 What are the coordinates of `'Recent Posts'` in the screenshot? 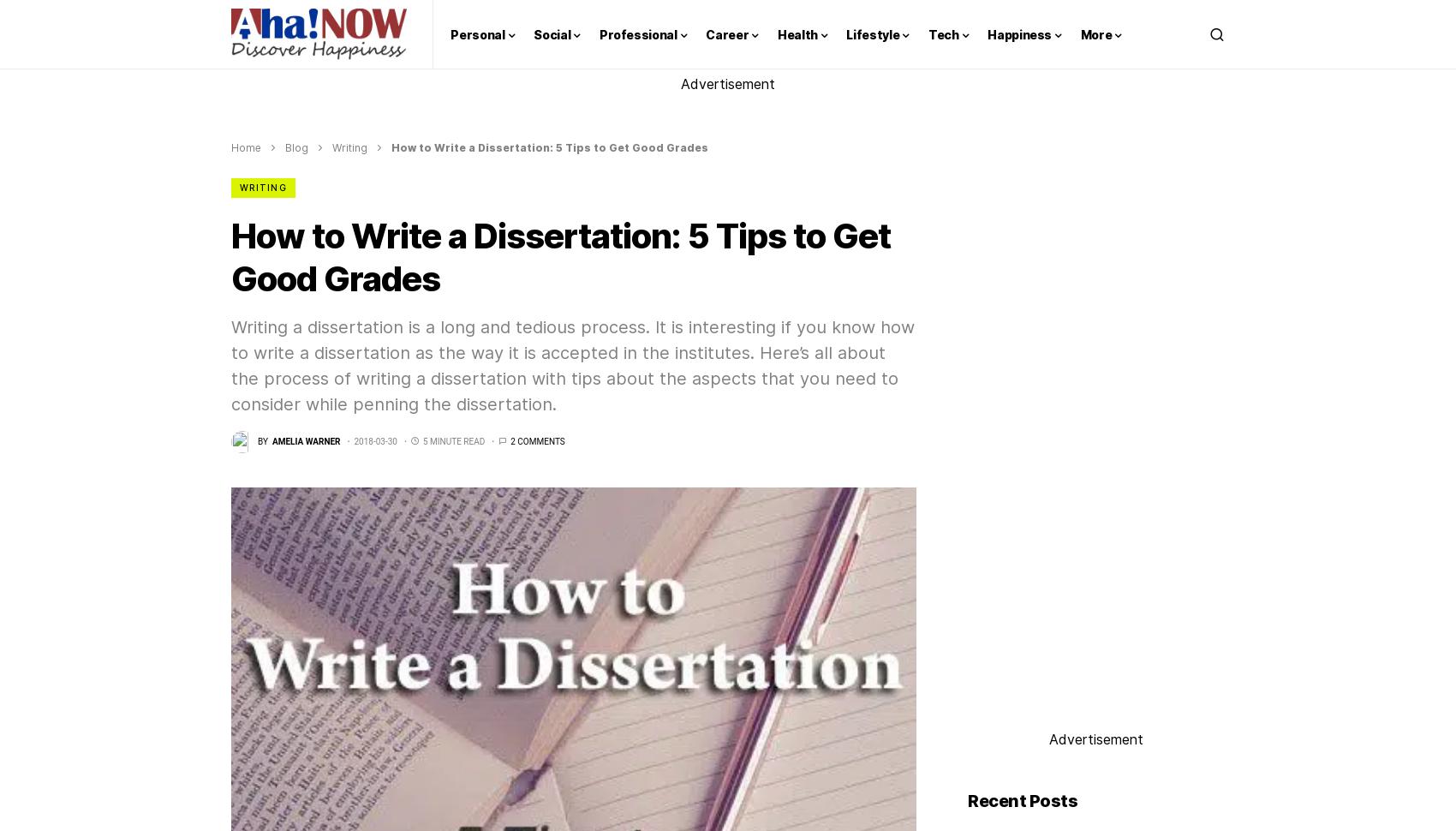 It's located at (1022, 799).